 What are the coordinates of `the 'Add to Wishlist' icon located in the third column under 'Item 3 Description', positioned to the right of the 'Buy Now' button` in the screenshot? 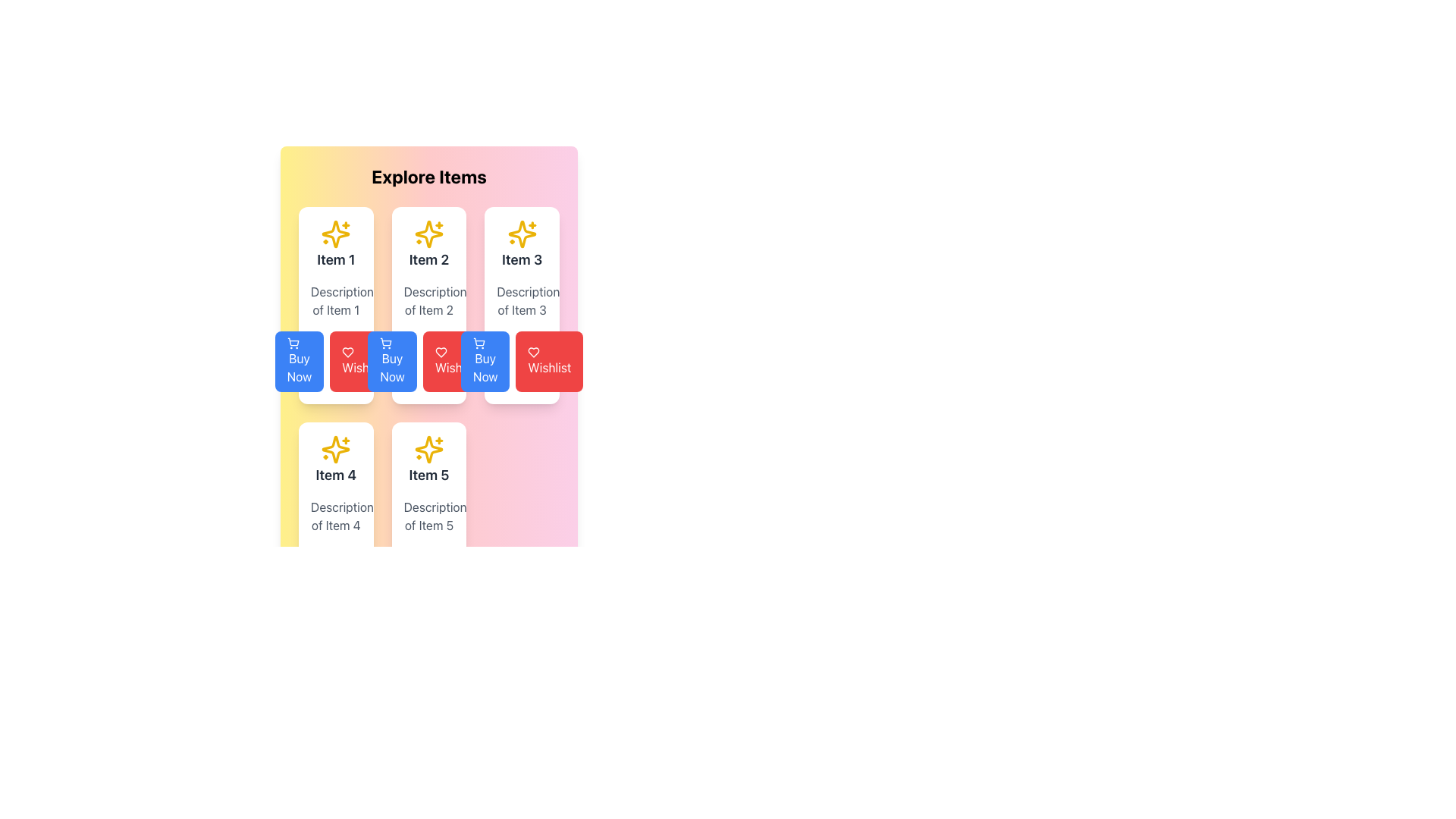 It's located at (347, 353).